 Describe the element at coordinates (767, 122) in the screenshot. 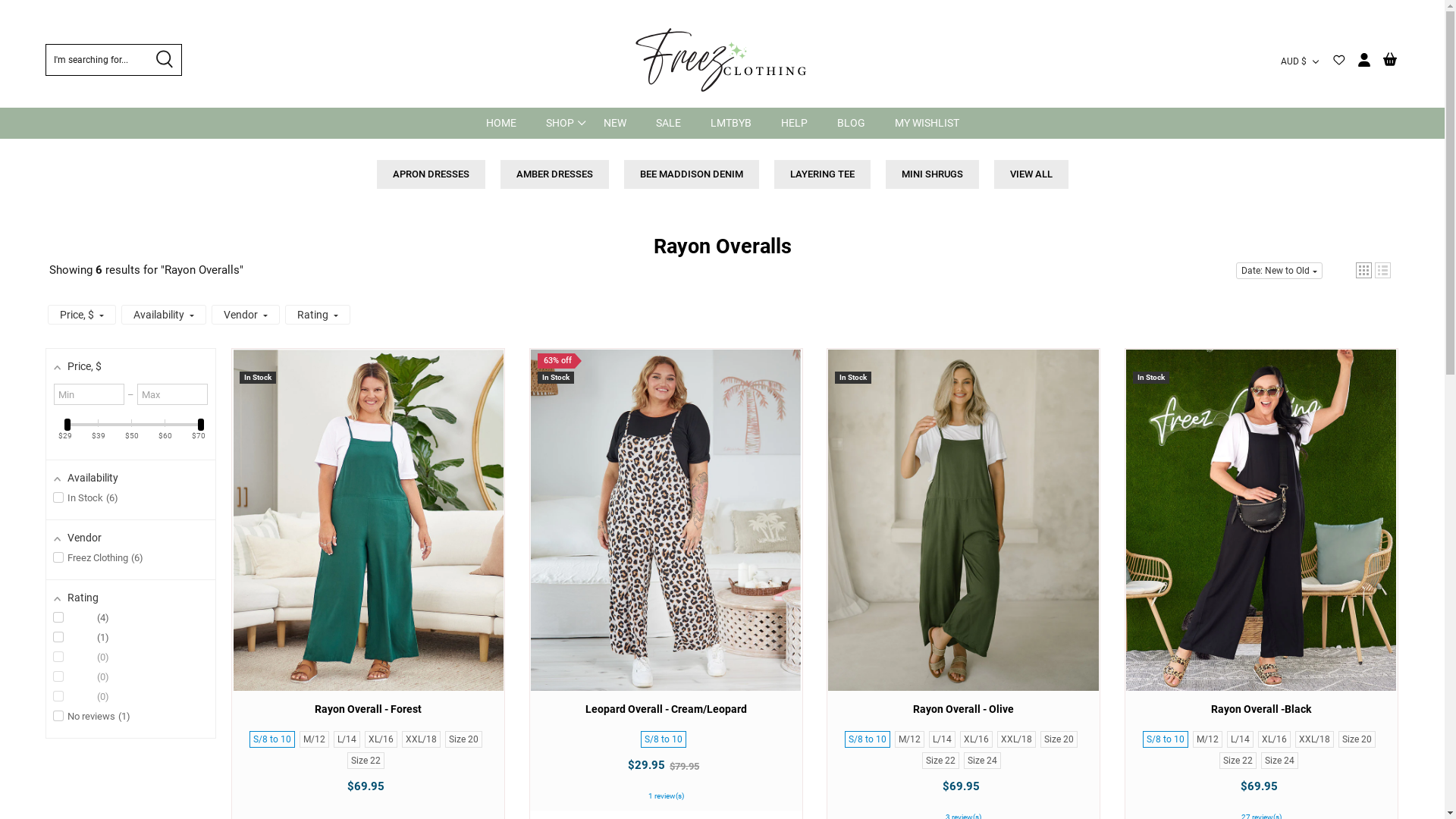

I see `'HELP'` at that location.